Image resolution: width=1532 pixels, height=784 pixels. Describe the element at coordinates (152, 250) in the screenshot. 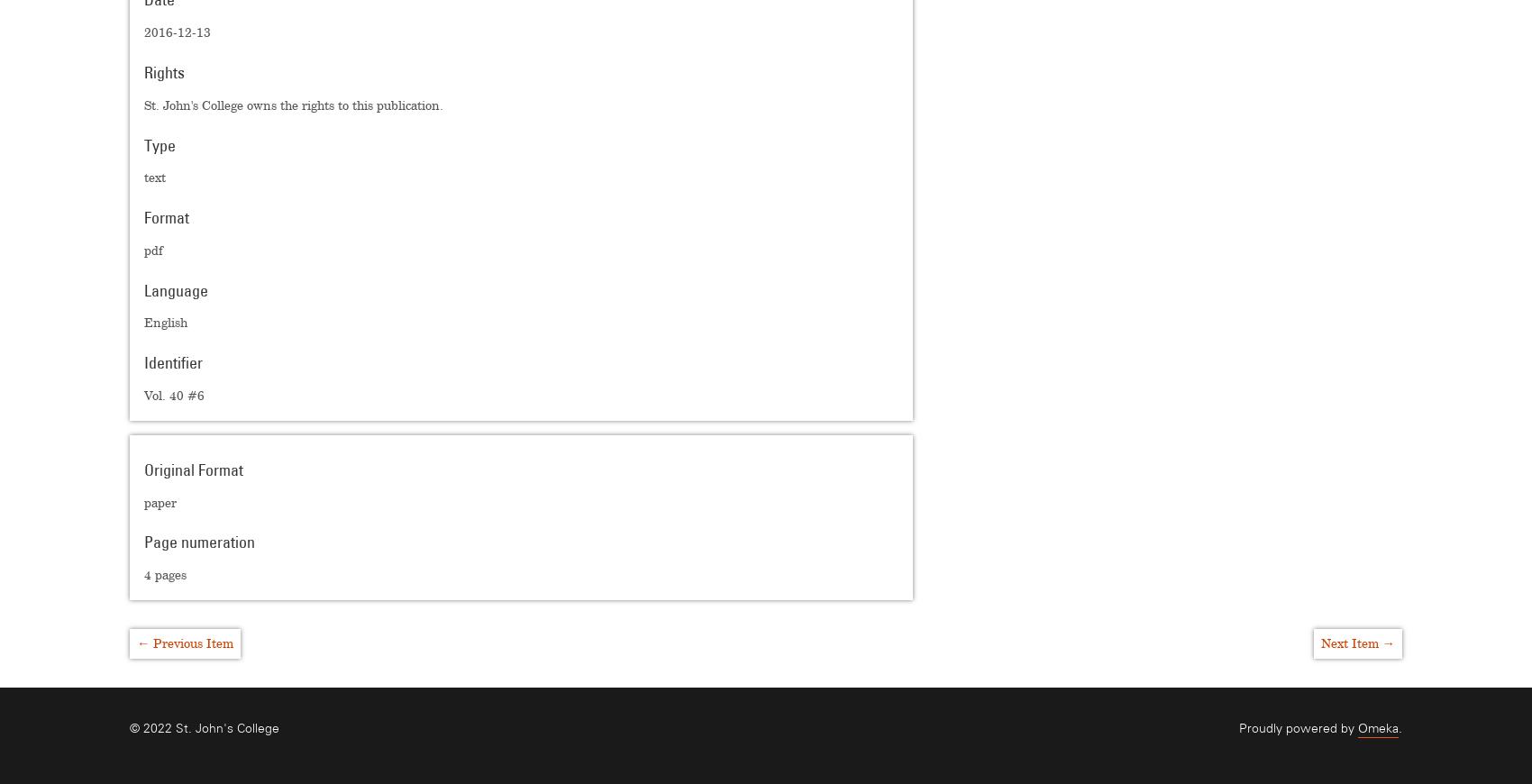

I see `'pdf'` at that location.